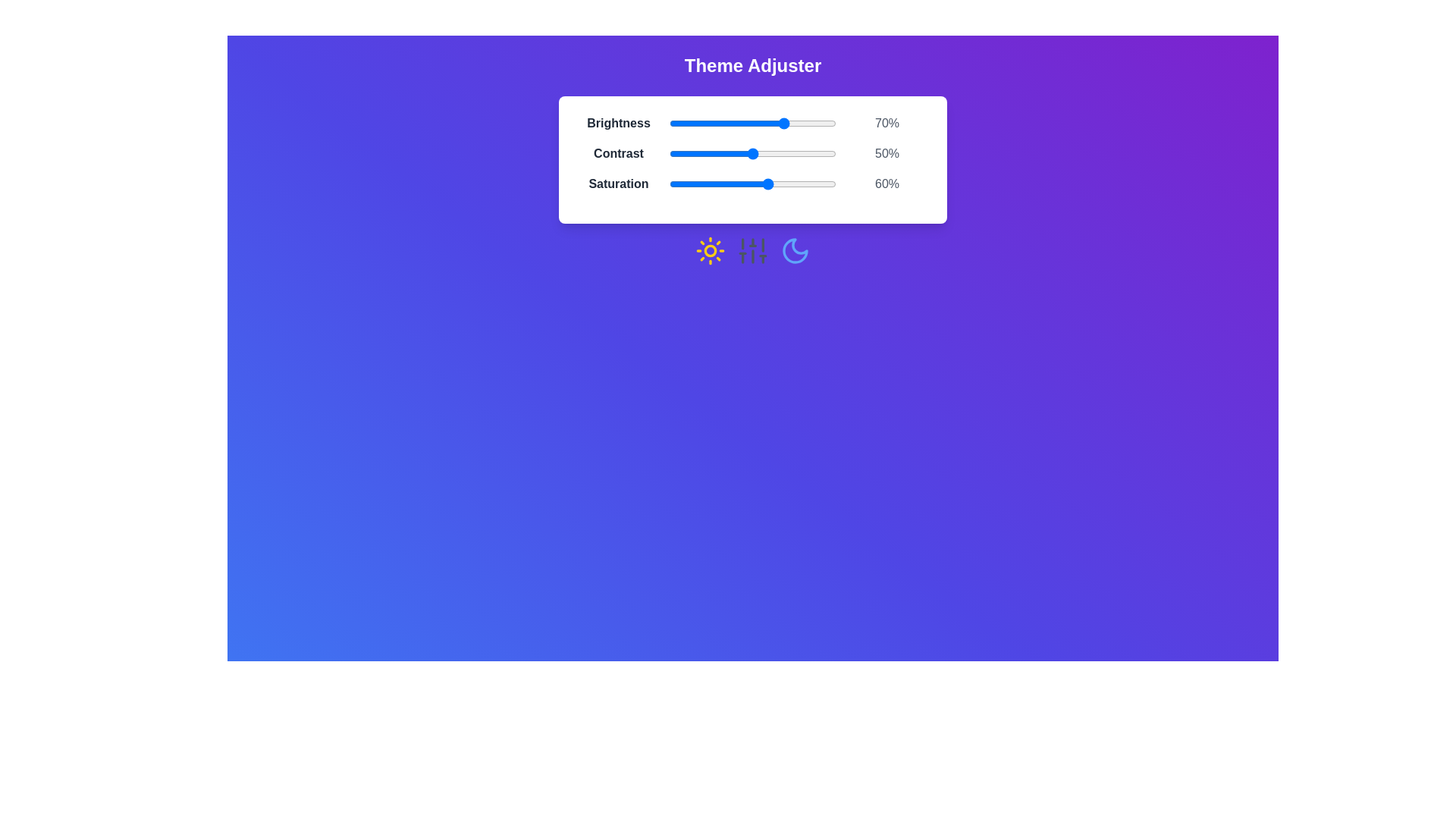 Image resolution: width=1456 pixels, height=819 pixels. What do you see at coordinates (764, 154) in the screenshot?
I see `the 1 slider to 57%` at bounding box center [764, 154].